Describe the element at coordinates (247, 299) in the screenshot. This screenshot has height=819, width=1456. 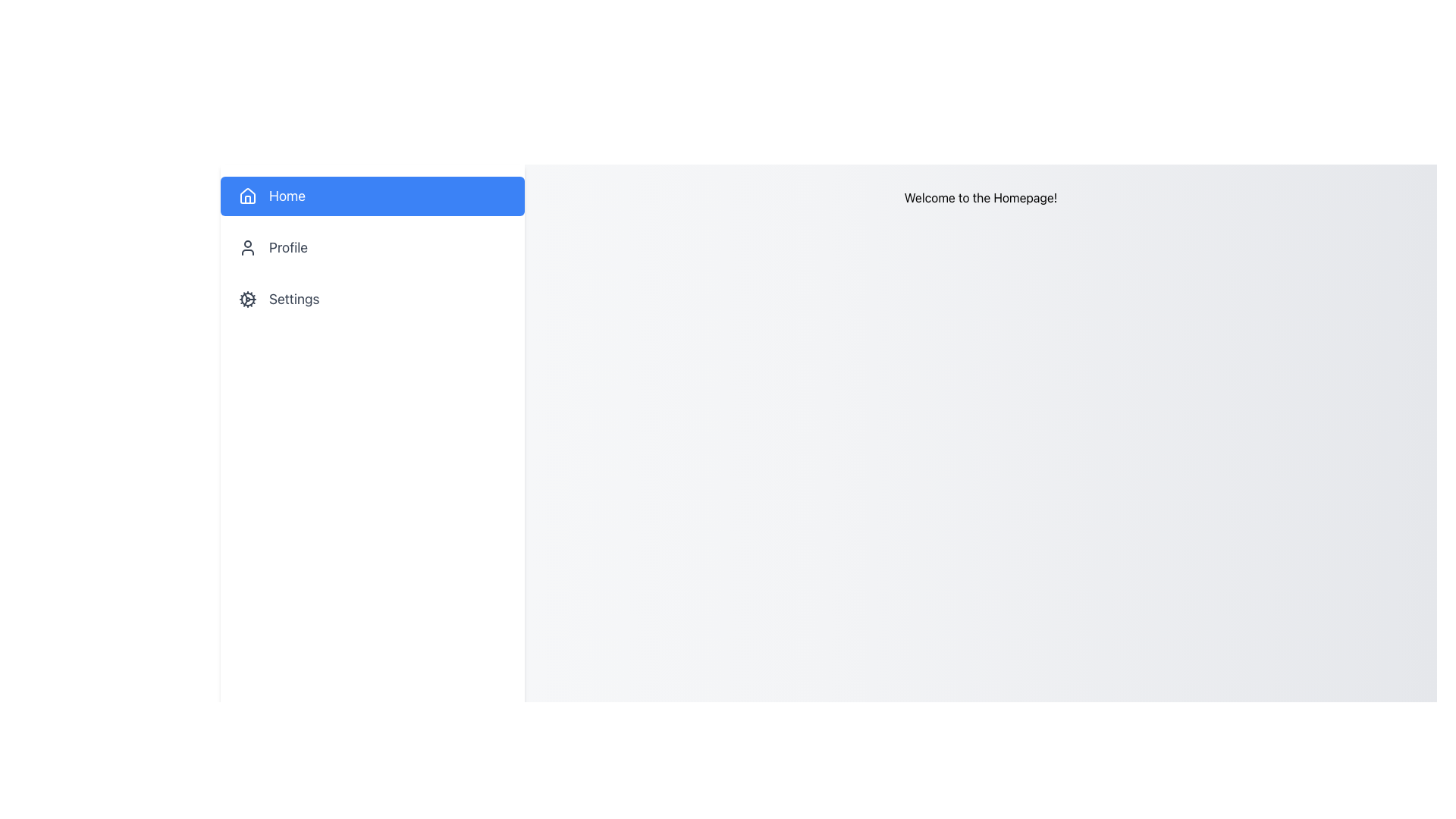
I see `the circular decorative element outlined in red within the 'Settings' icon in the vertical navigation bar` at that location.